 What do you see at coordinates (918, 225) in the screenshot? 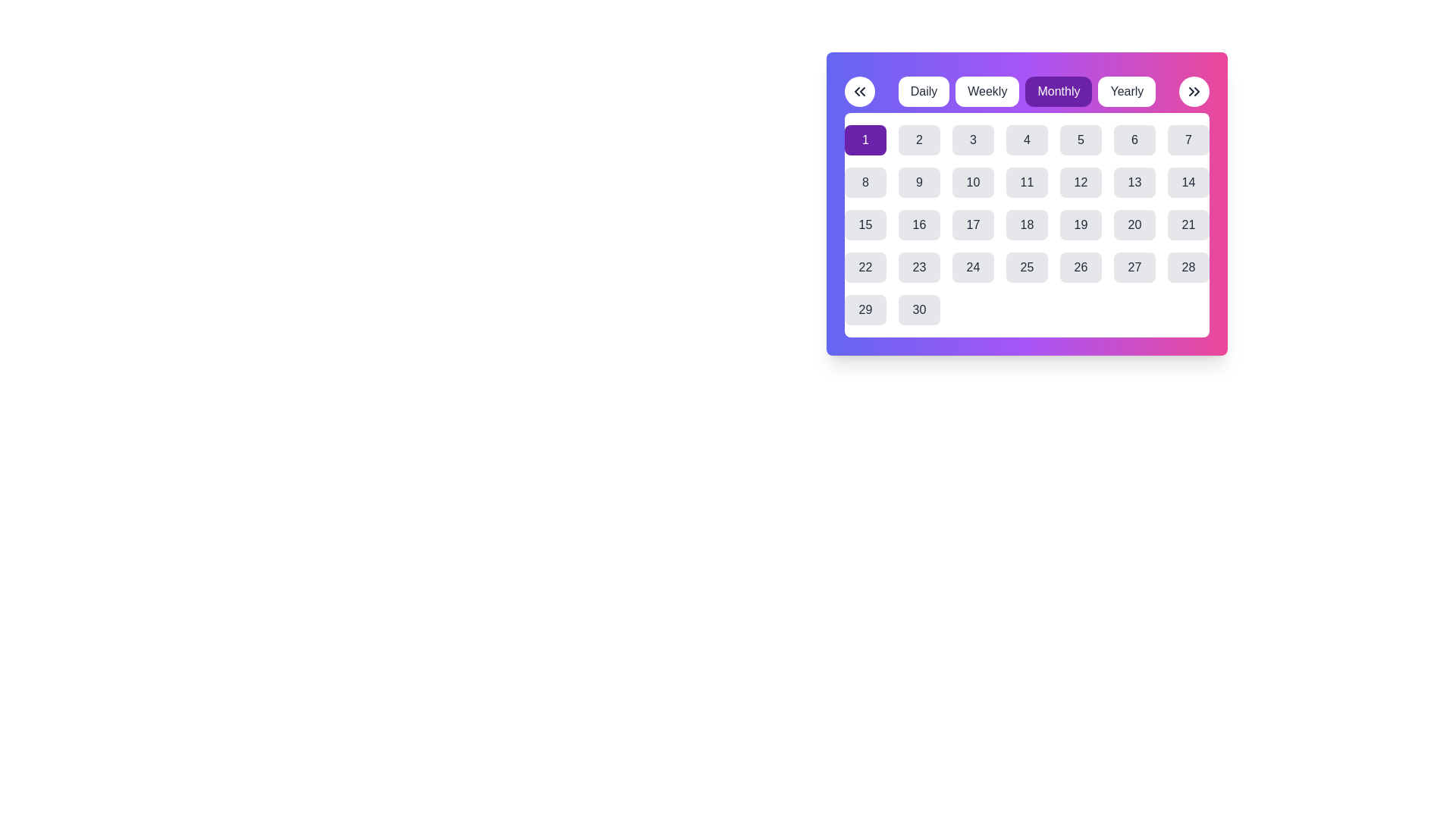
I see `the date selection button labeled '16' in the calendar grid` at bounding box center [918, 225].